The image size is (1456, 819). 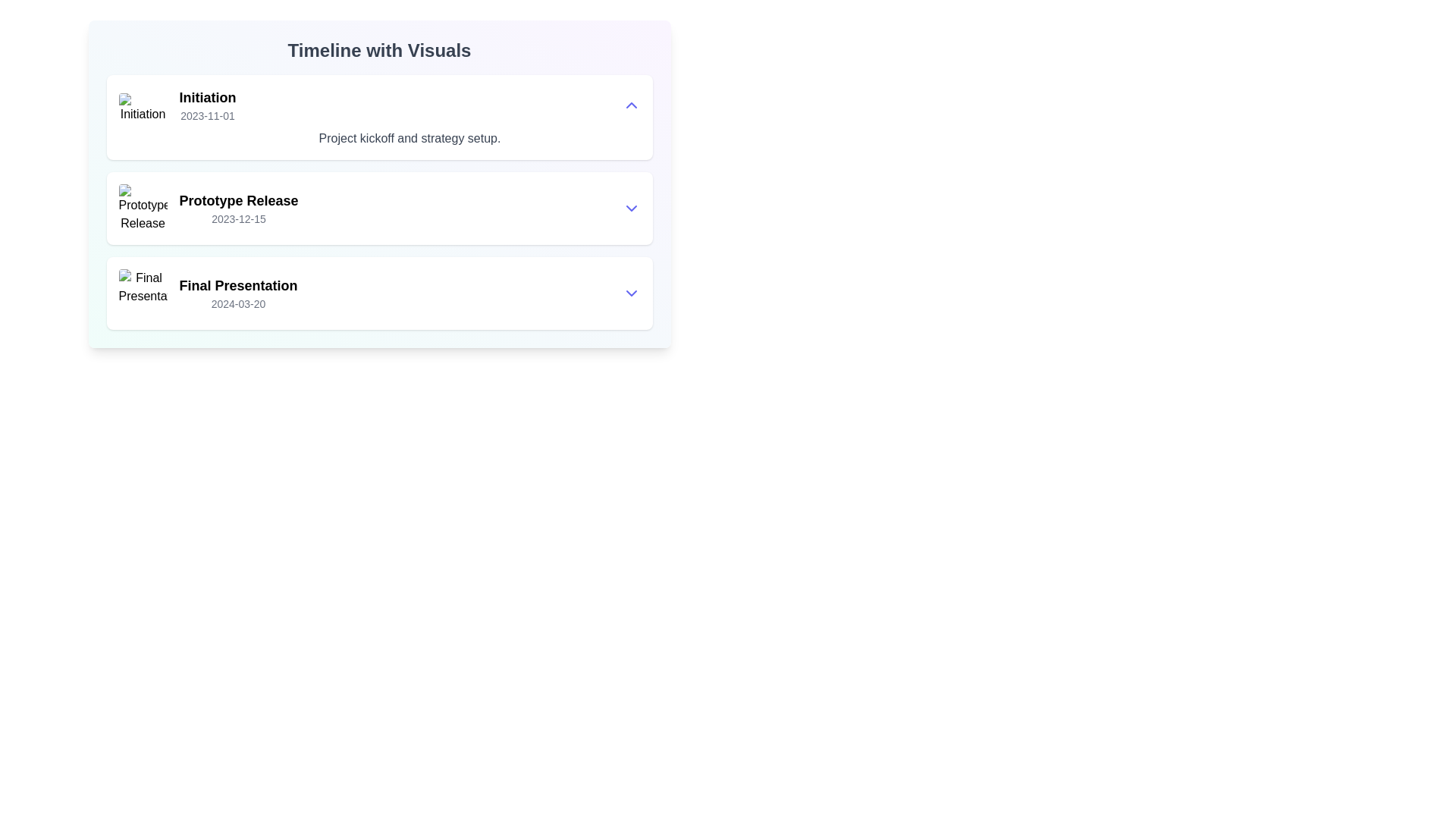 What do you see at coordinates (237, 286) in the screenshot?
I see `the bold, large-font text element that reads 'Final Presentation', which is the title text within the last event entry in a vertical timeline layout` at bounding box center [237, 286].